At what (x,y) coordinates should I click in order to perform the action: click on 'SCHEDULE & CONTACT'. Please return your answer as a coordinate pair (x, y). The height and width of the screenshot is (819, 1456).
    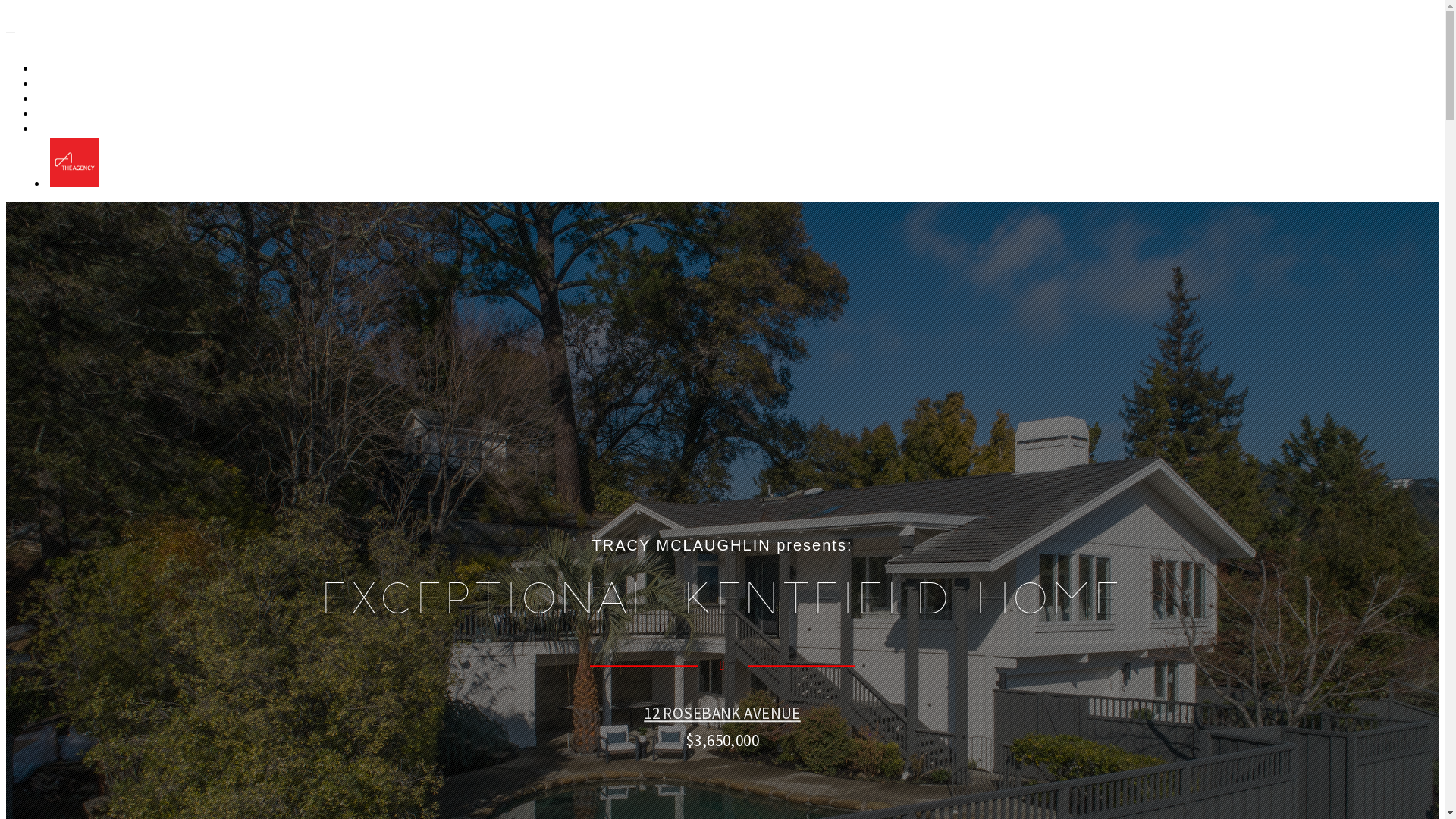
    Looking at the image, I should click on (39, 128).